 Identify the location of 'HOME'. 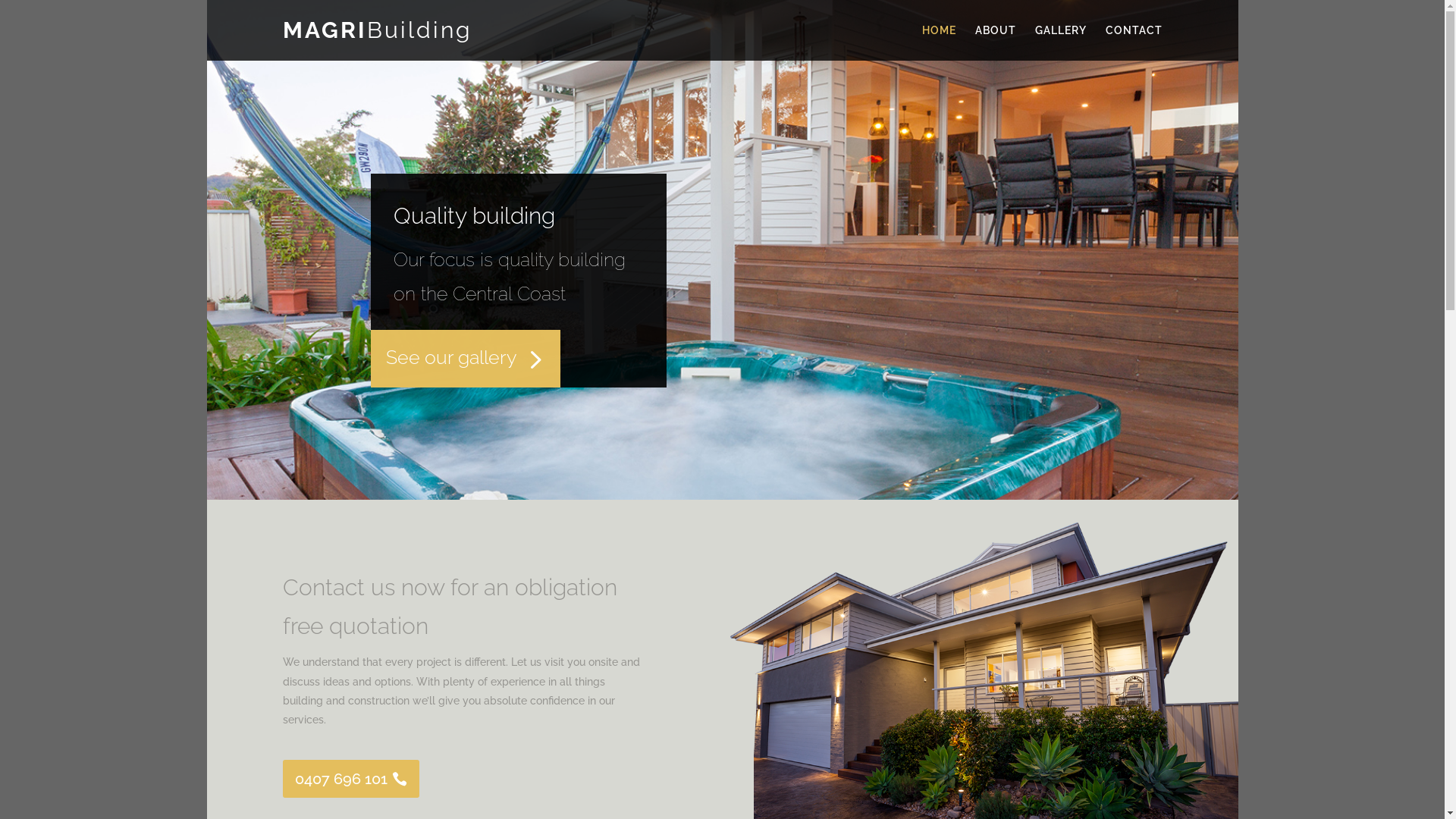
(938, 42).